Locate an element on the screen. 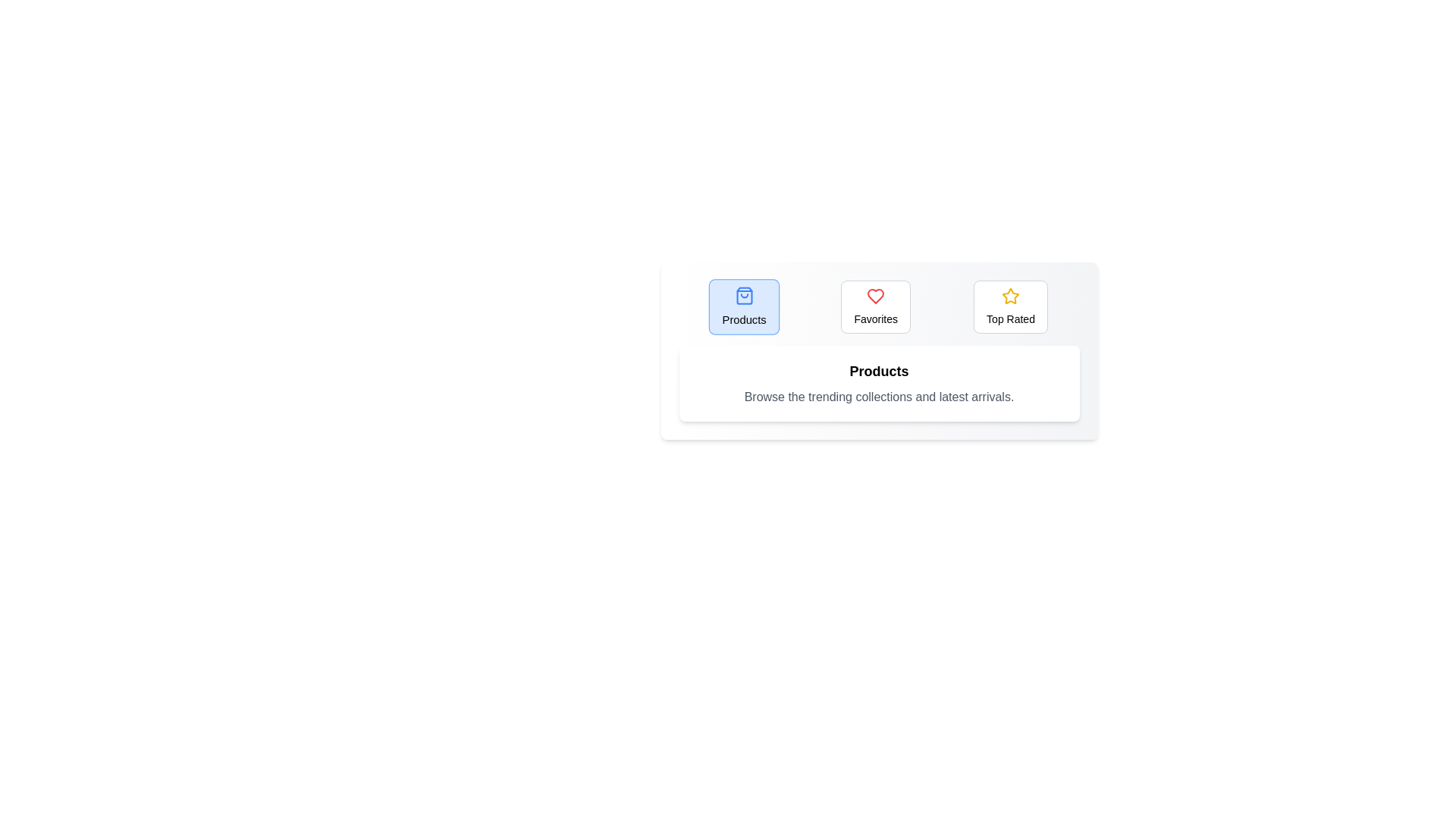 This screenshot has height=819, width=1456. the Favorites tab to display its content is located at coordinates (876, 307).